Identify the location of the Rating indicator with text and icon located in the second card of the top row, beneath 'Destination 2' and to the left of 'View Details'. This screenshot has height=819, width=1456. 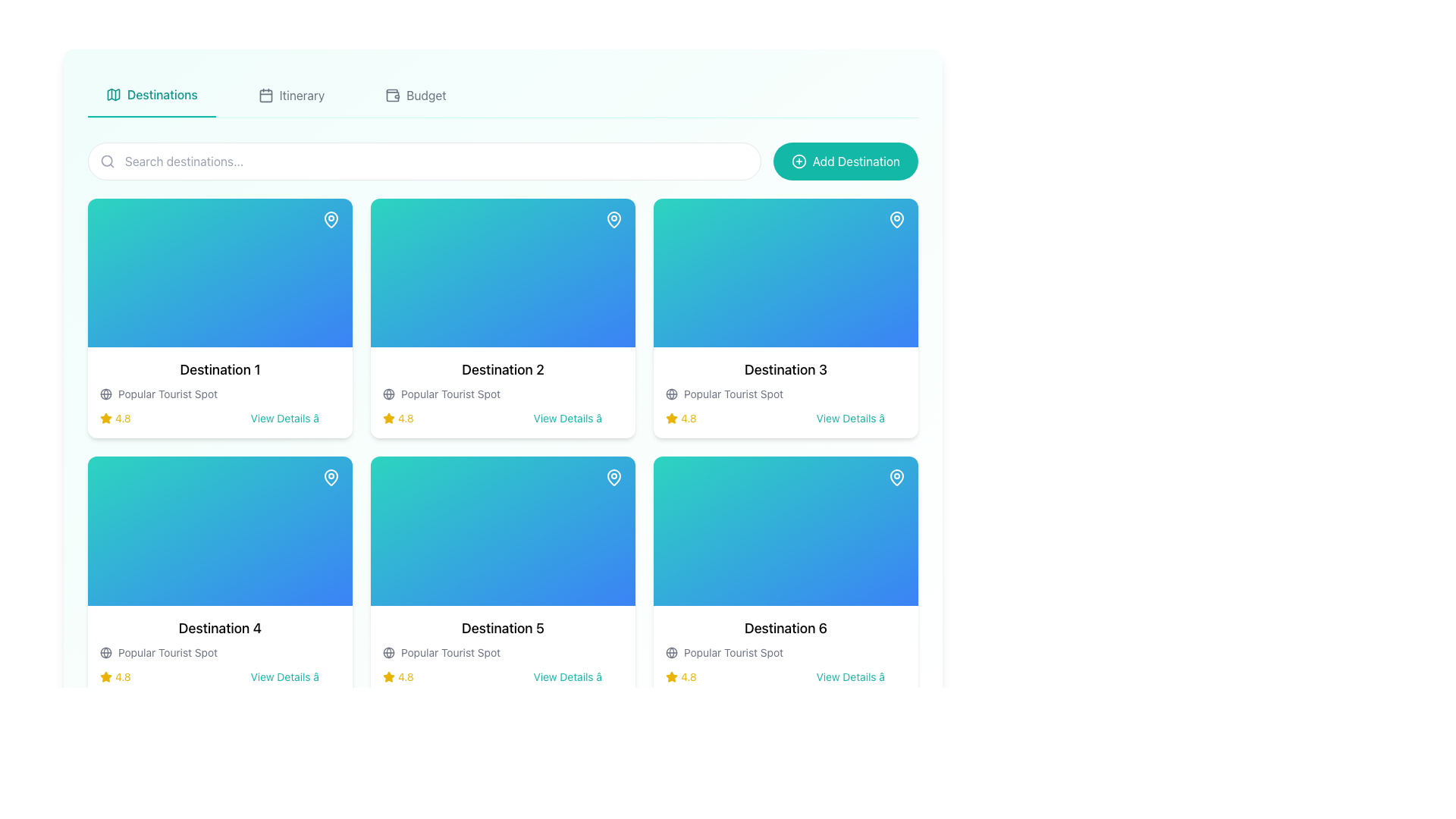
(398, 419).